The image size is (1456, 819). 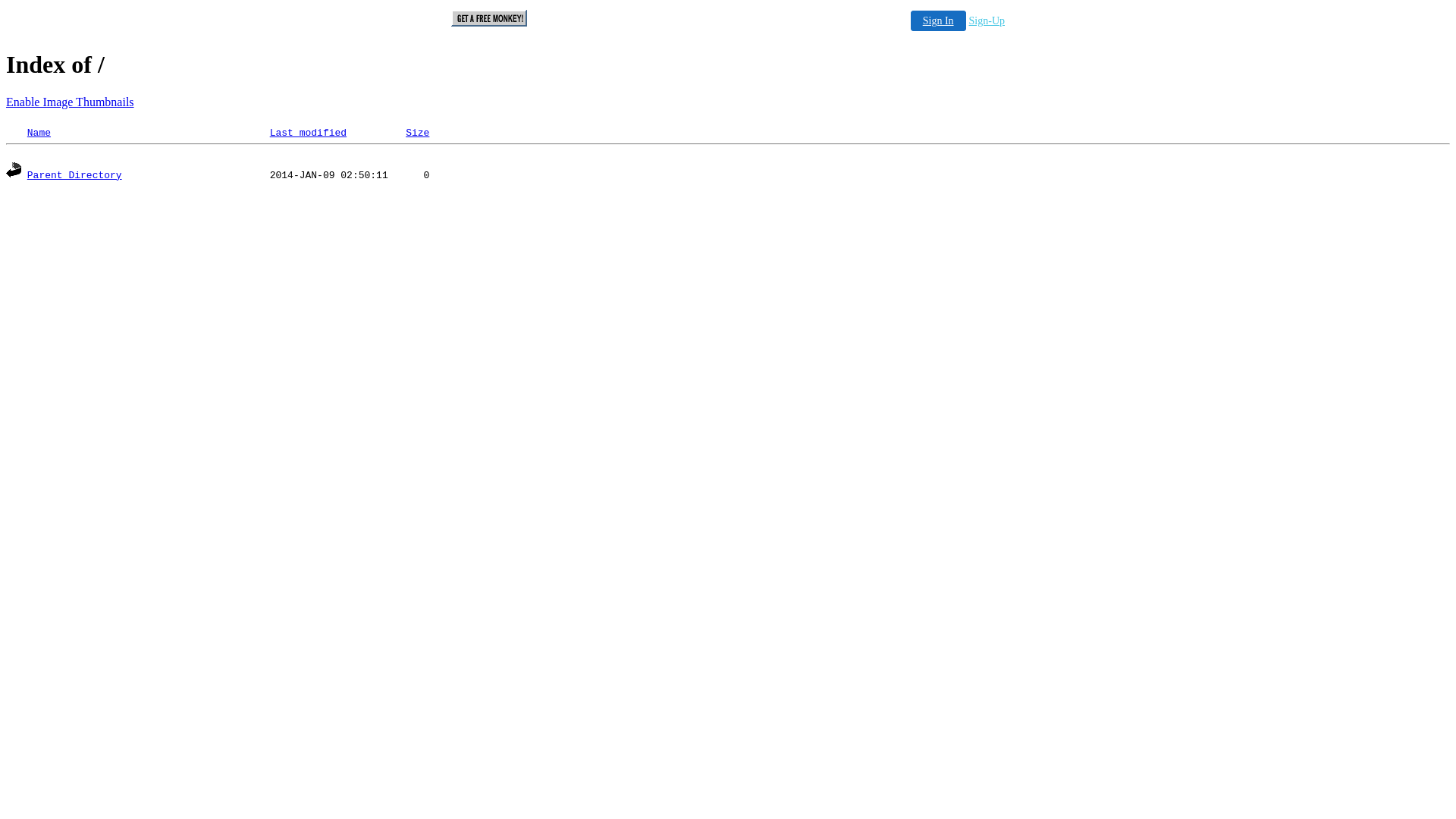 I want to click on 'Sign-Up', so click(x=987, y=20).